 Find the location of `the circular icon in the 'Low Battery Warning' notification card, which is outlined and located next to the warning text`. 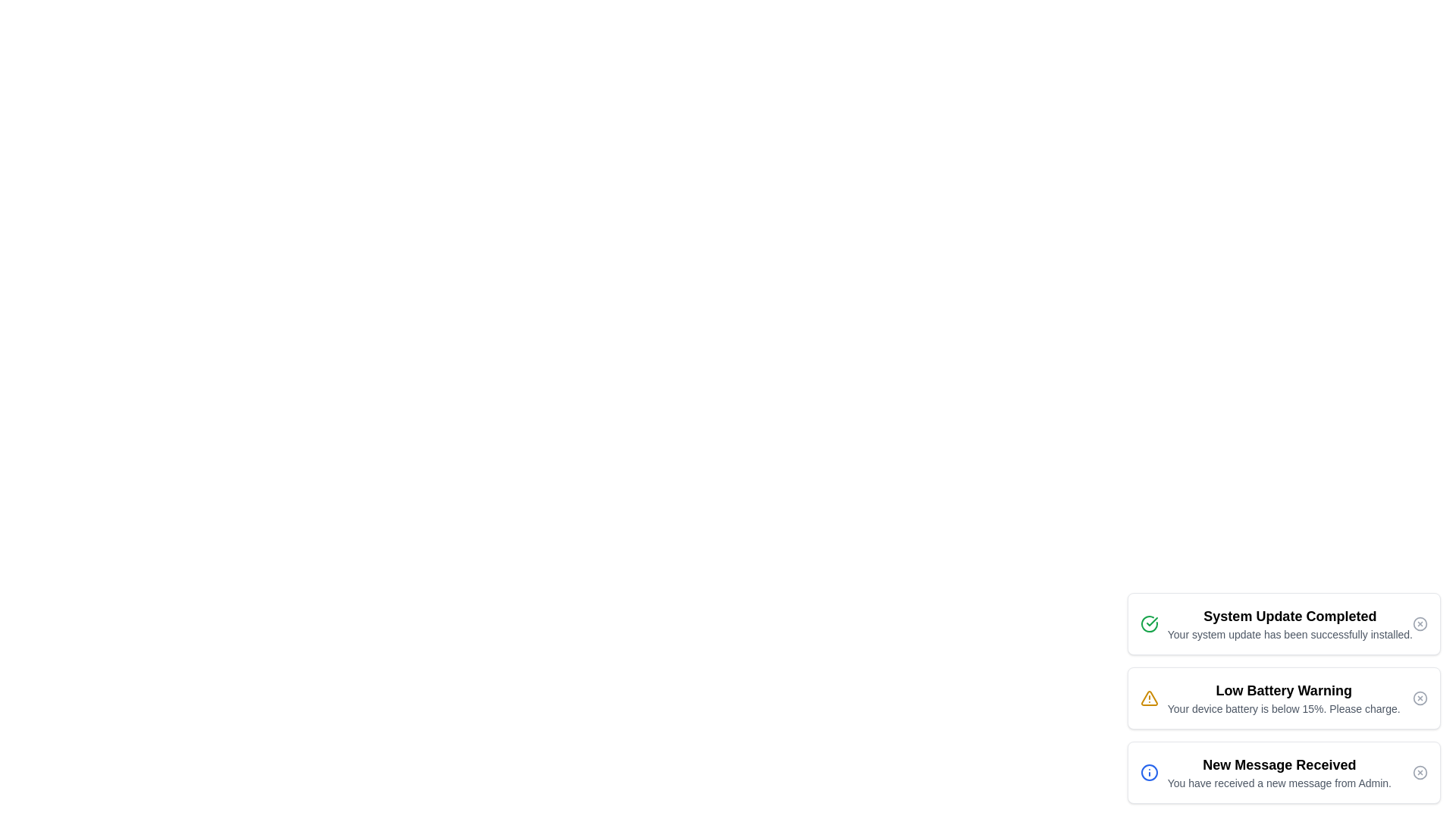

the circular icon in the 'Low Battery Warning' notification card, which is outlined and located next to the warning text is located at coordinates (1419, 698).